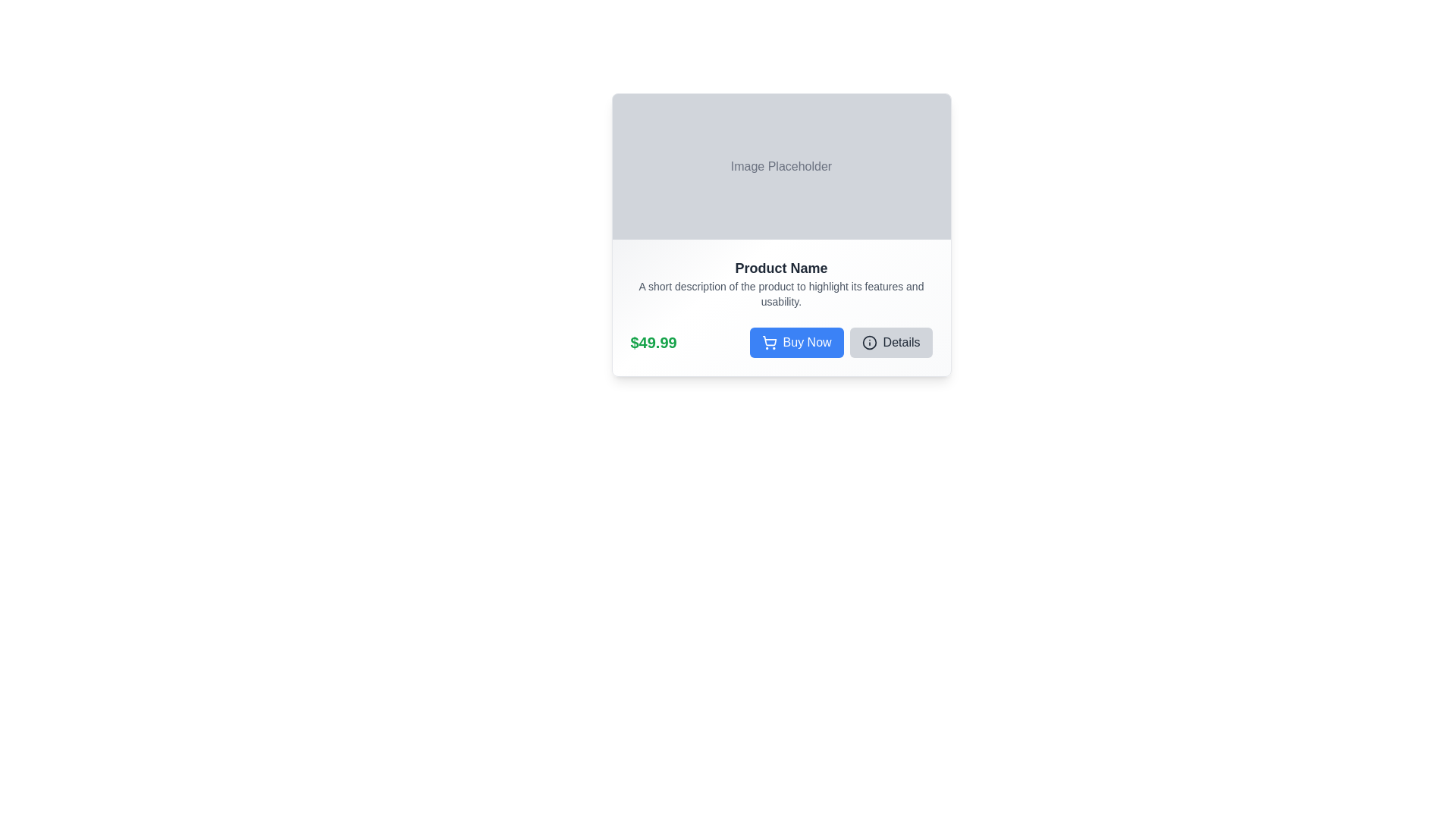 This screenshot has height=819, width=1456. What do you see at coordinates (781, 166) in the screenshot?
I see `placeholder text label located within a light gray rectangular card, positioned centrally above the product title and description area` at bounding box center [781, 166].